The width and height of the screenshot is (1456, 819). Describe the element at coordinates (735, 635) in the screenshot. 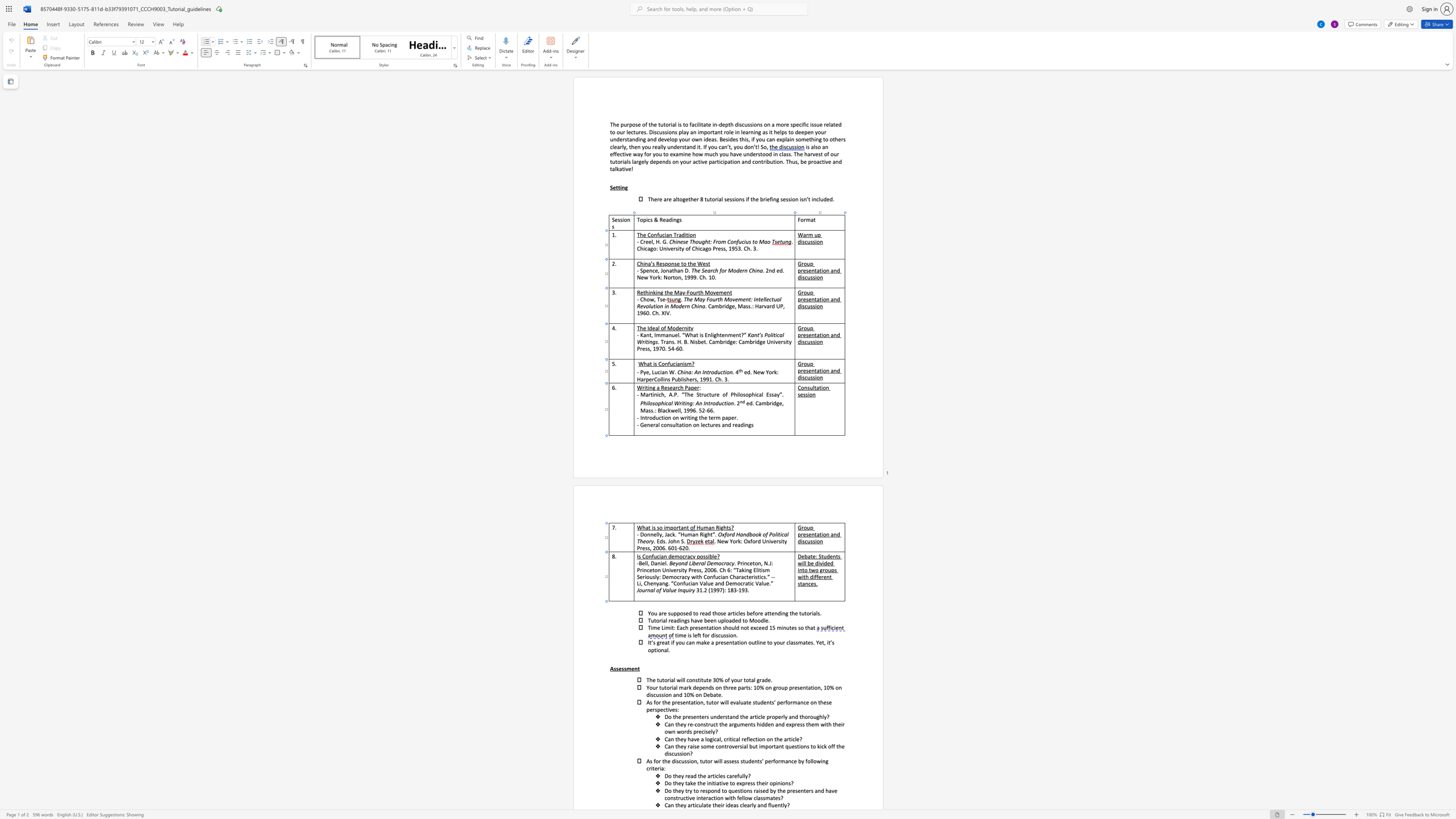

I see `the 1th character "n" in the text` at that location.